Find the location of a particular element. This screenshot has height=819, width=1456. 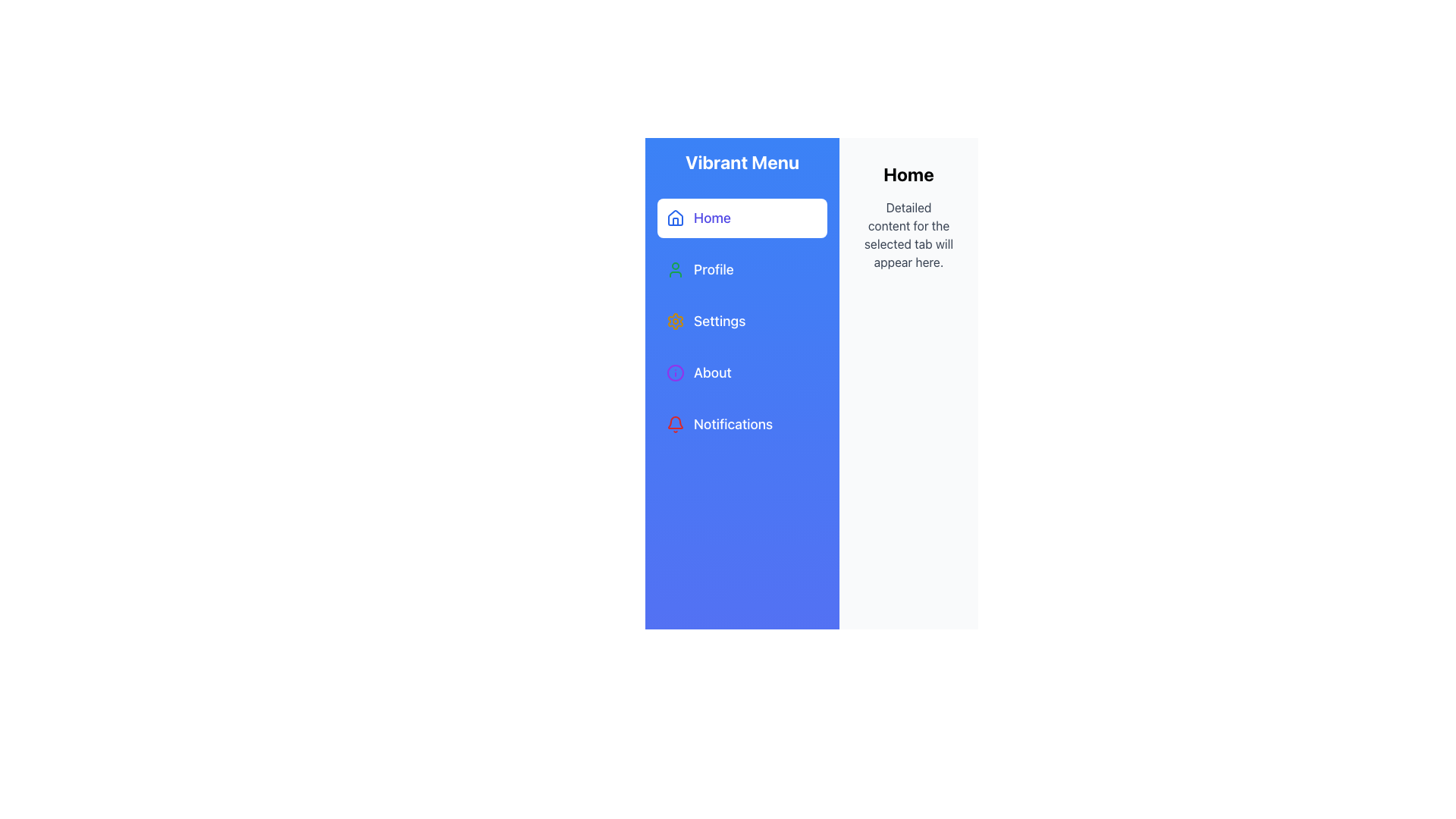

the 'Profile' text label in the blue menu strip is located at coordinates (713, 268).